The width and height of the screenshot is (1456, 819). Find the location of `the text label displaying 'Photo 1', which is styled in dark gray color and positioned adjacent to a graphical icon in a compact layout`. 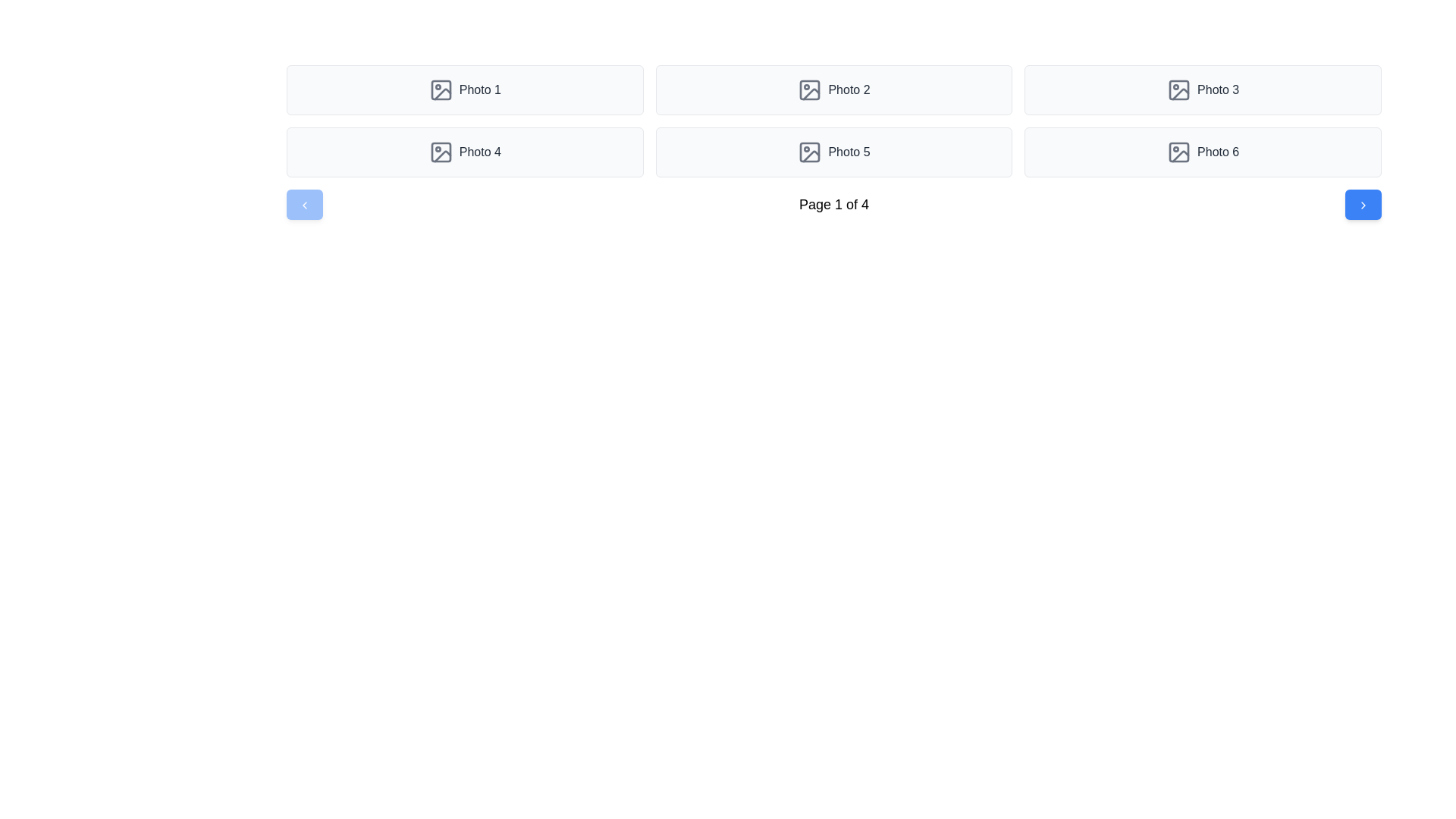

the text label displaying 'Photo 1', which is styled in dark gray color and positioned adjacent to a graphical icon in a compact layout is located at coordinates (479, 90).